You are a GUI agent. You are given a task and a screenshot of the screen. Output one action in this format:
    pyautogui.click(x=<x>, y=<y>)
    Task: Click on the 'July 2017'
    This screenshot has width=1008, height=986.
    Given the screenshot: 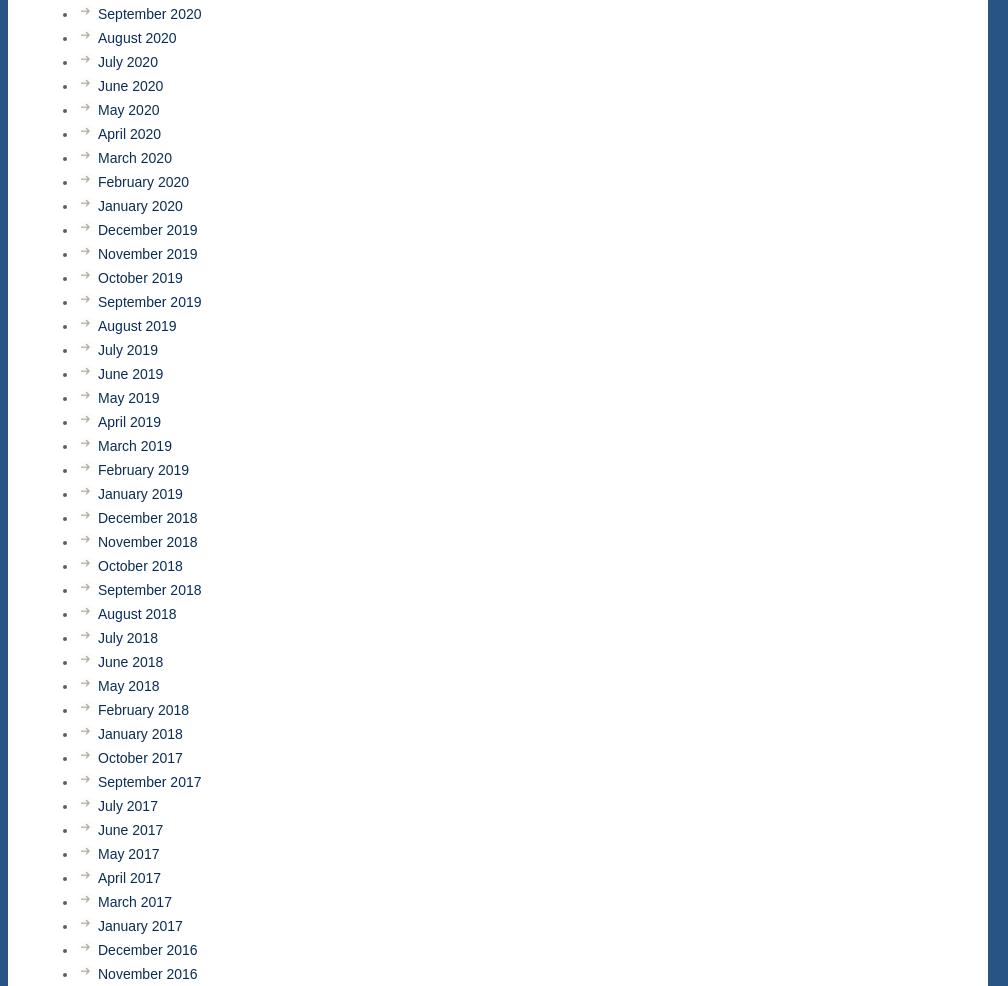 What is the action you would take?
    pyautogui.click(x=97, y=805)
    